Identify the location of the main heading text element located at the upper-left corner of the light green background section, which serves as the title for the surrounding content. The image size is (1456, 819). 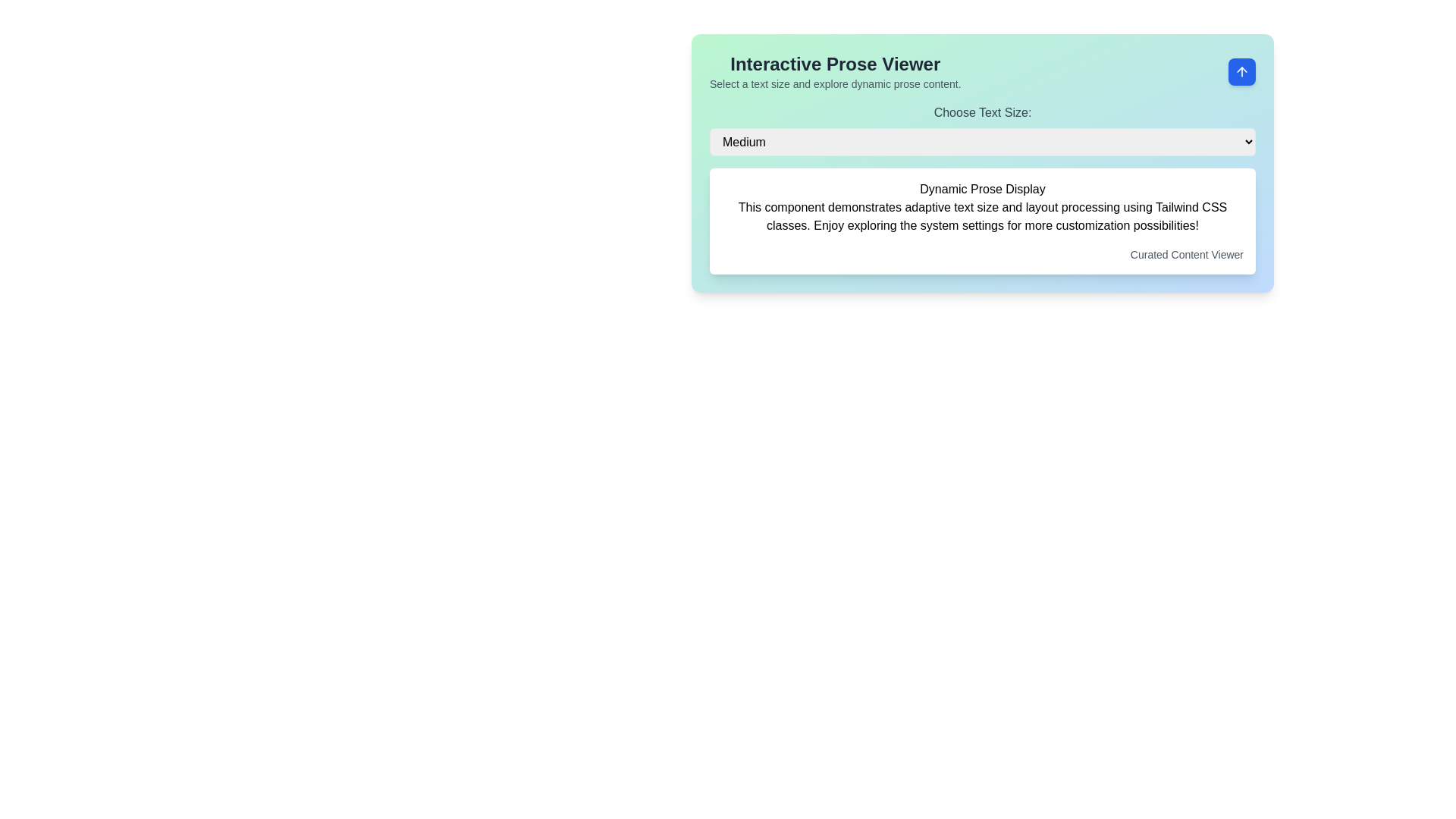
(834, 63).